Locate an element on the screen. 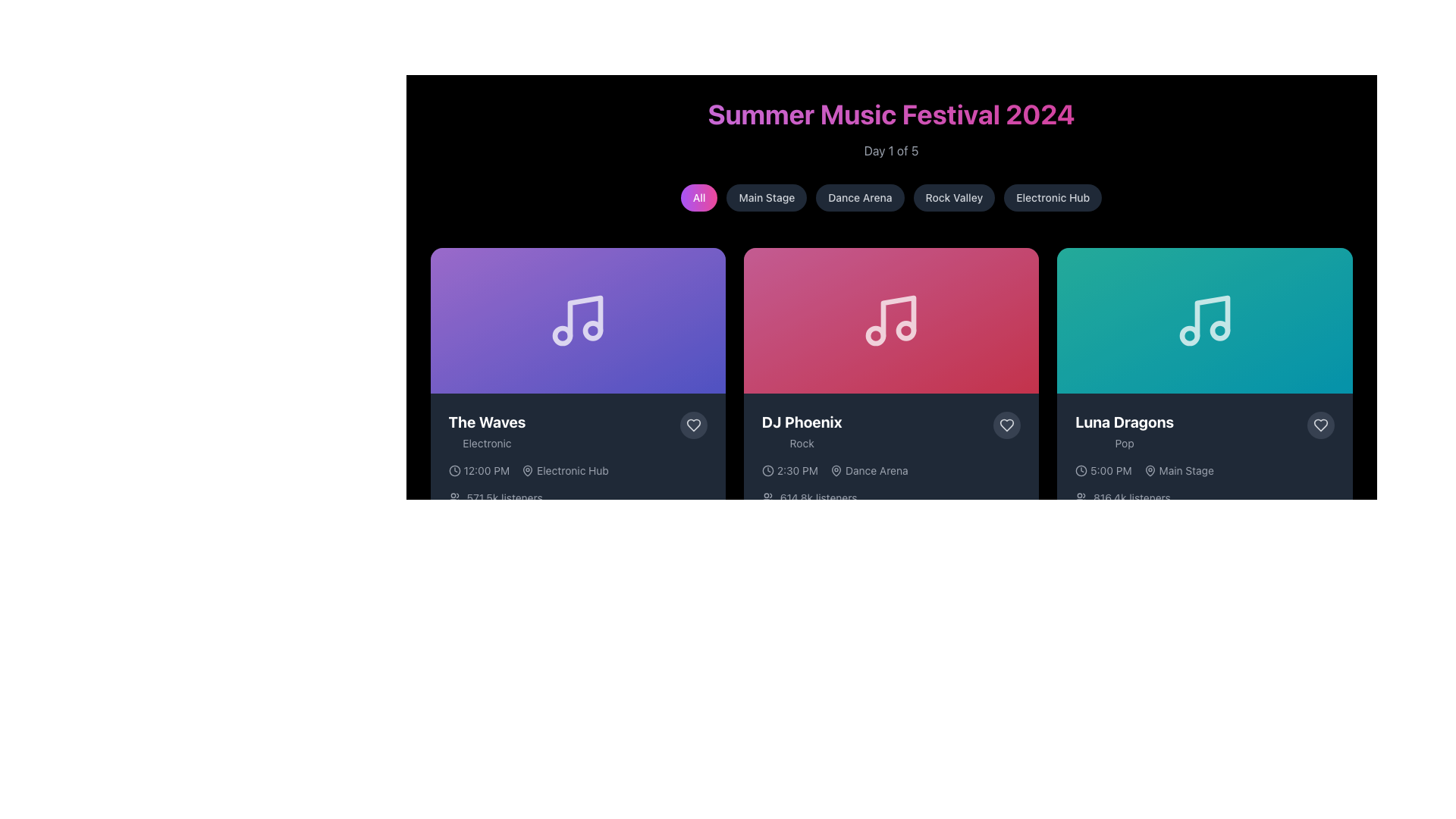 The image size is (1456, 819). the musical note icon, which is centrally located in the second card of a horizontal row, beneath the 'Summer Music Festival 2024' header and above the 'DJ Phoenix' text, distinguished by its white color and gradient pink background is located at coordinates (891, 320).